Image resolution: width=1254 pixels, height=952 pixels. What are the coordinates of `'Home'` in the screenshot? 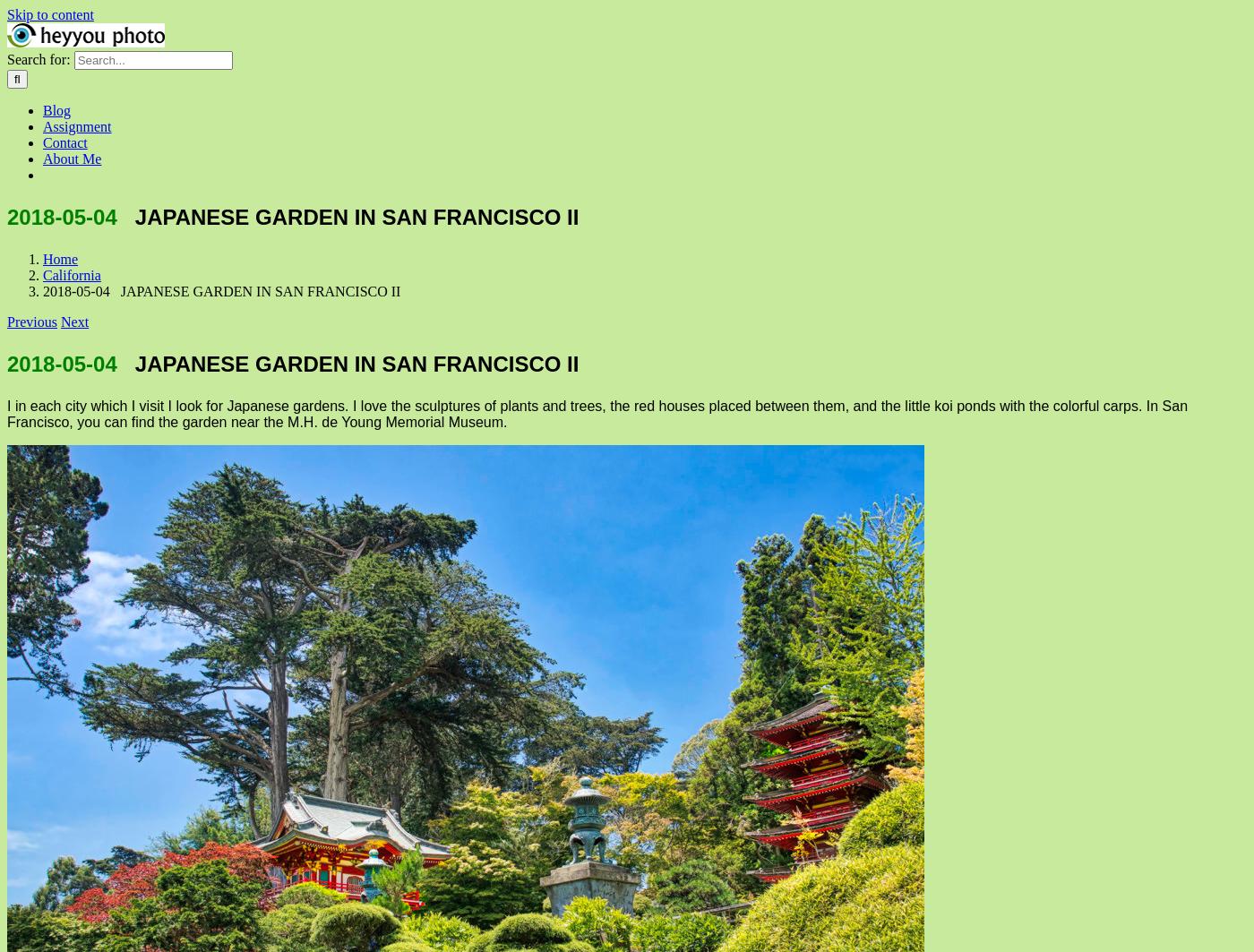 It's located at (60, 259).